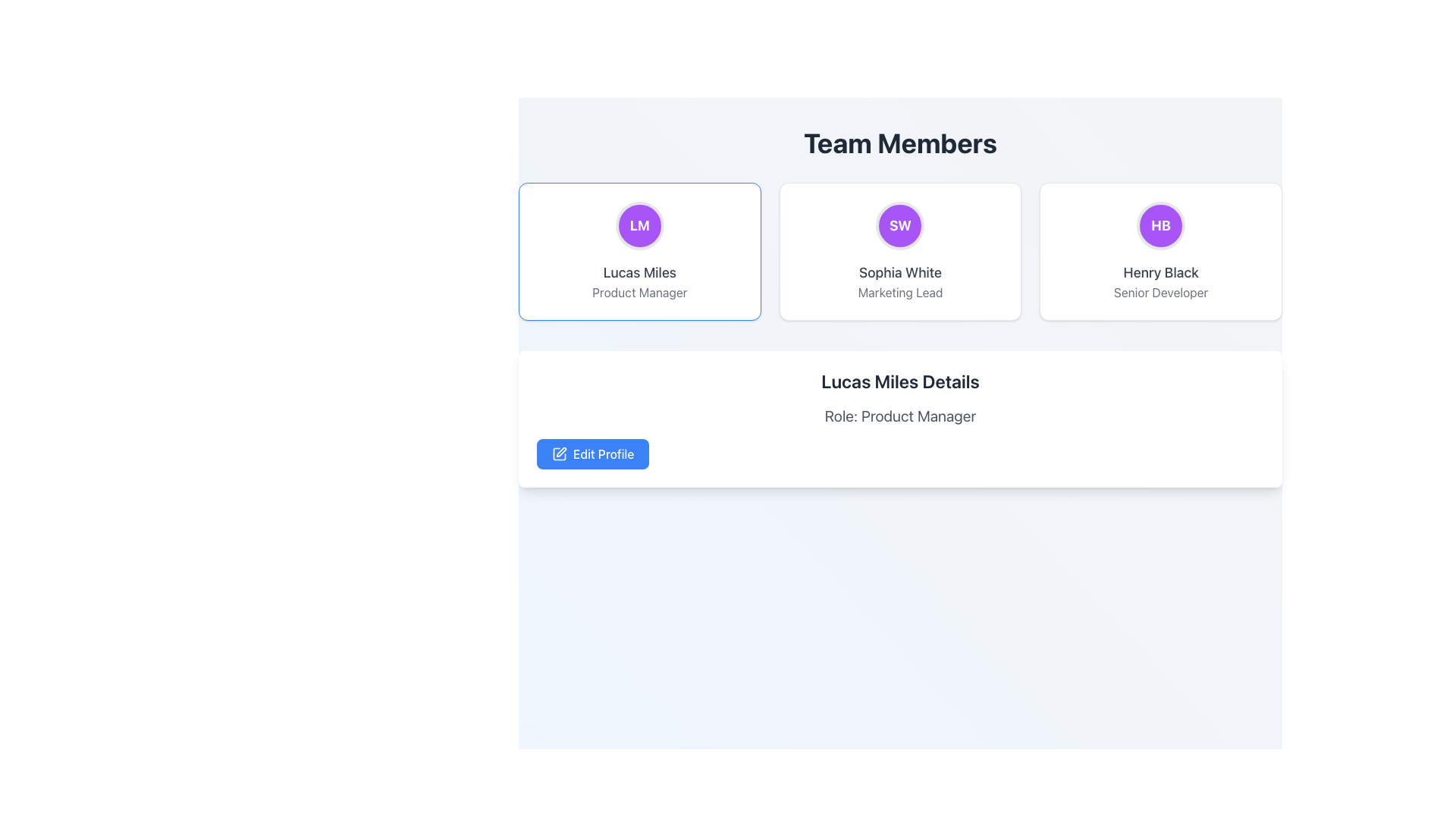 This screenshot has width=1456, height=819. Describe the element at coordinates (1160, 292) in the screenshot. I see `the static text label displaying 'Senior Developer', which is styled in gray and located beneath the name 'Henry Black' in the third card of the 'Team Members' section` at that location.